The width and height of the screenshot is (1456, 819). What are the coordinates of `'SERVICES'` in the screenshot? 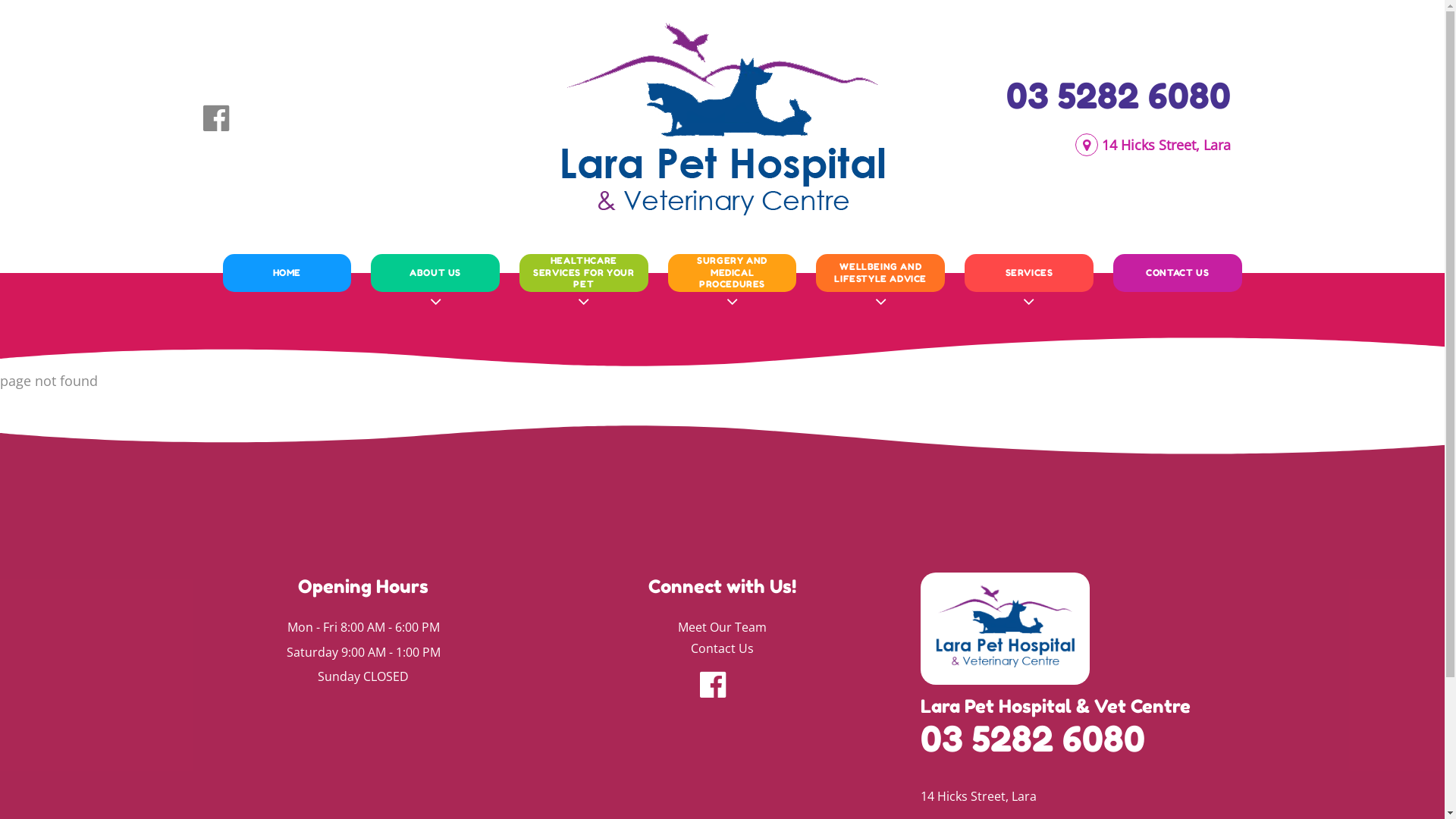 It's located at (1029, 271).